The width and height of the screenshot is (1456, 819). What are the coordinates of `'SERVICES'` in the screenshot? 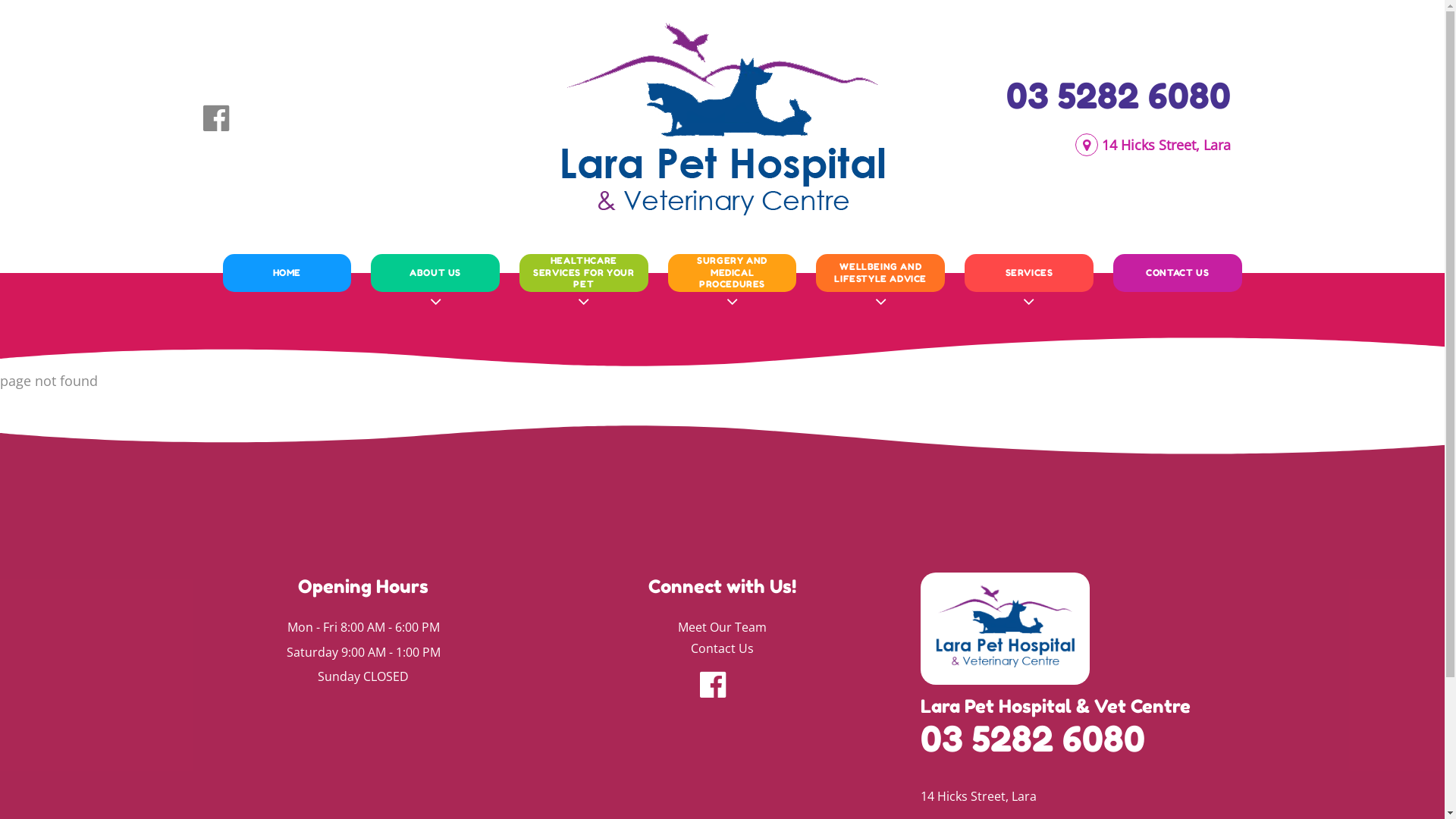 It's located at (1029, 271).